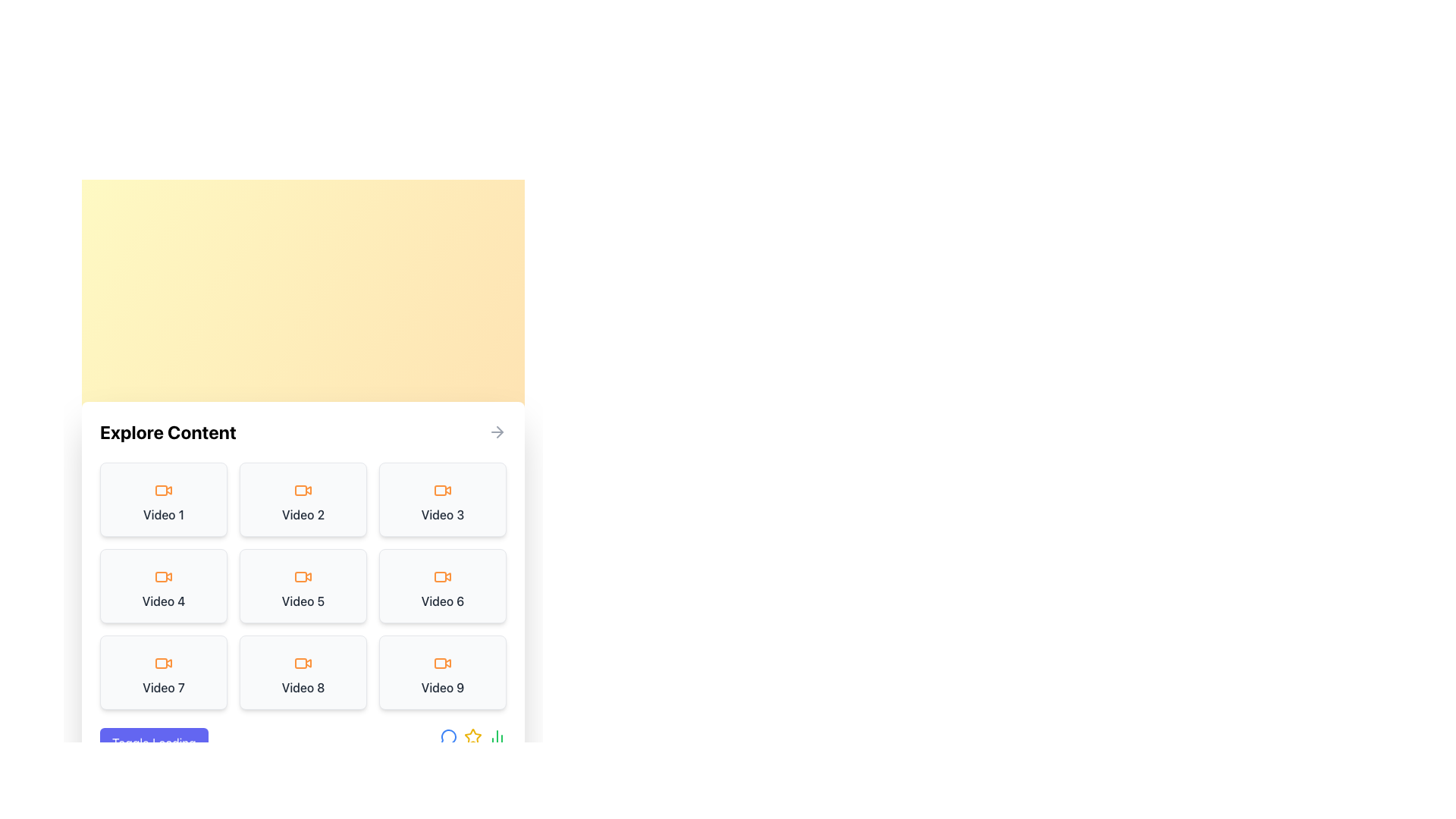 This screenshot has height=819, width=1456. Describe the element at coordinates (497, 432) in the screenshot. I see `the navigation button located at the far right of the 'Explore Content' header section` at that location.